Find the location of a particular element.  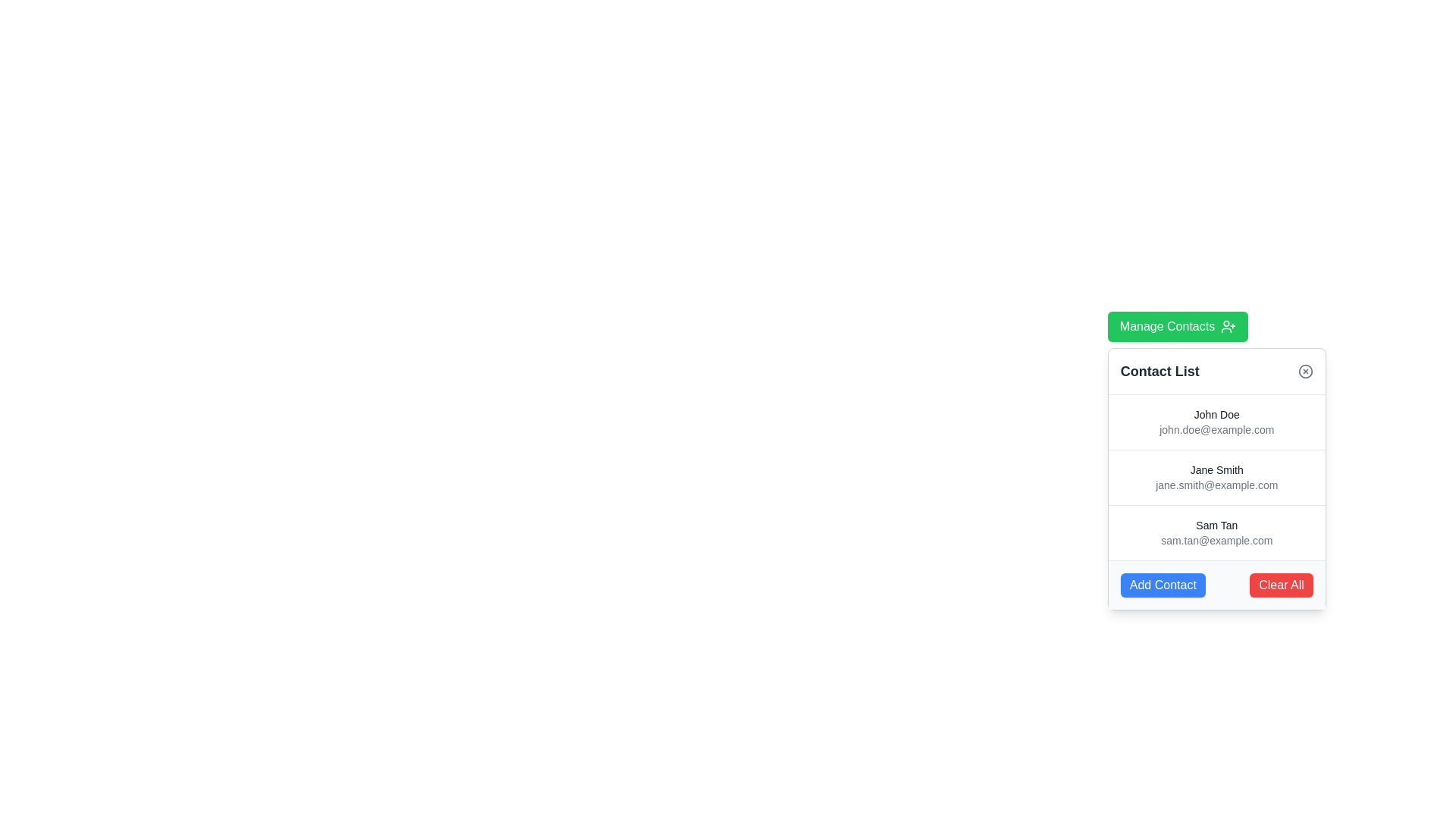

the list item displaying the contact name 'Sam Tan' and email 'sam.tan@example.com' is located at coordinates (1216, 532).